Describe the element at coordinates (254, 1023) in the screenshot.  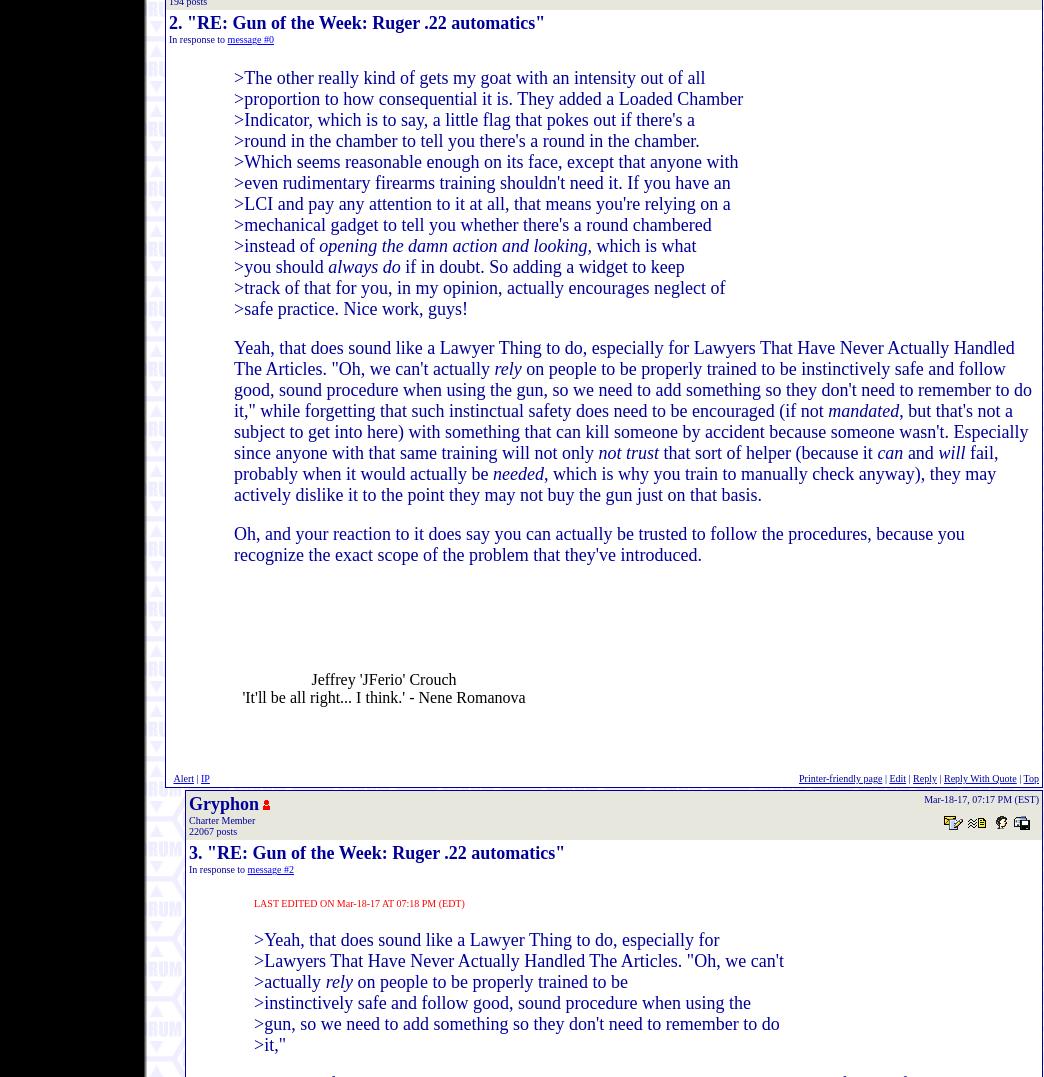
I see `'>gun, so we need to add something so they don't need to remember to do'` at that location.